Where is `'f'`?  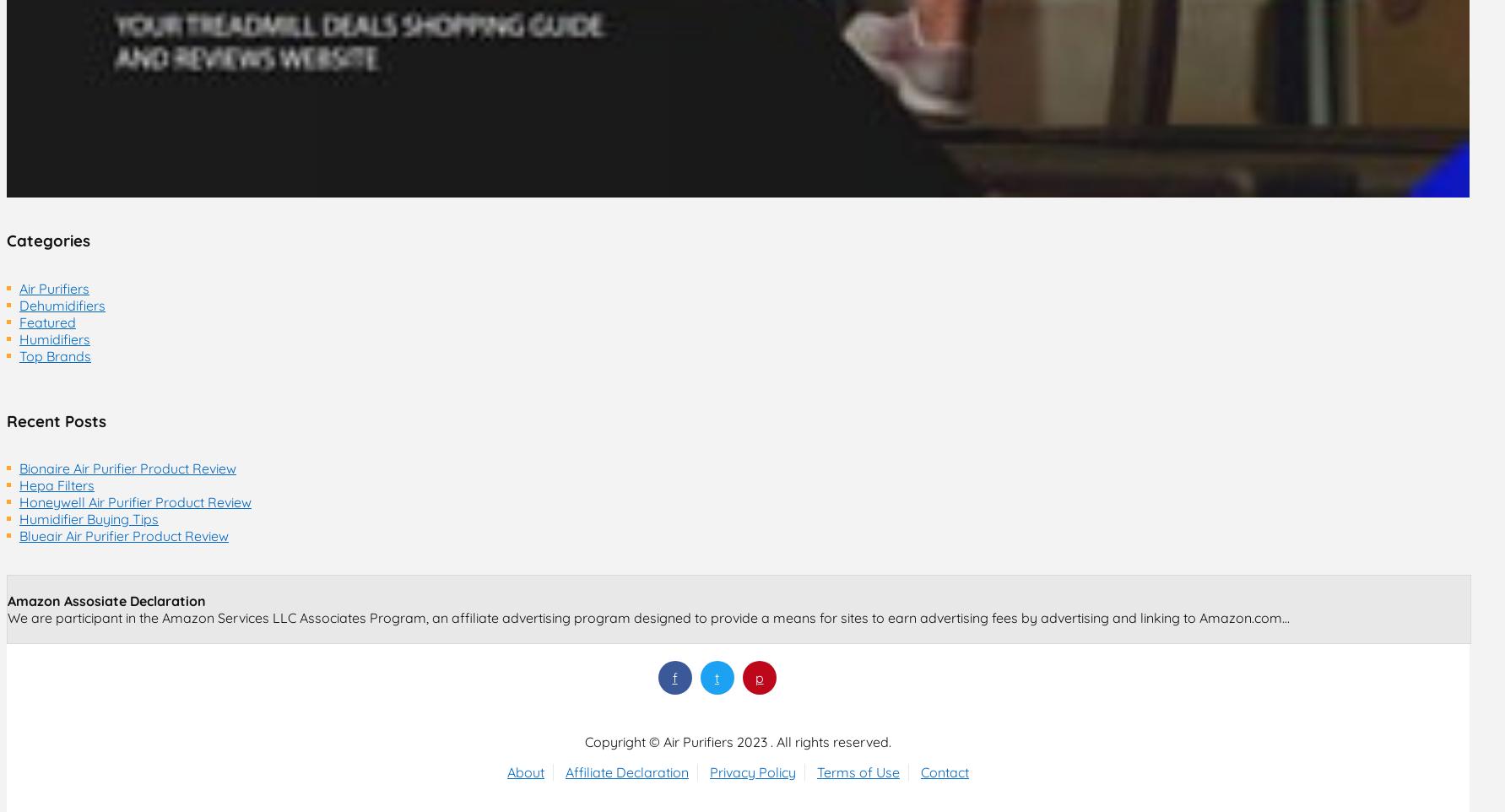
'f' is located at coordinates (674, 676).